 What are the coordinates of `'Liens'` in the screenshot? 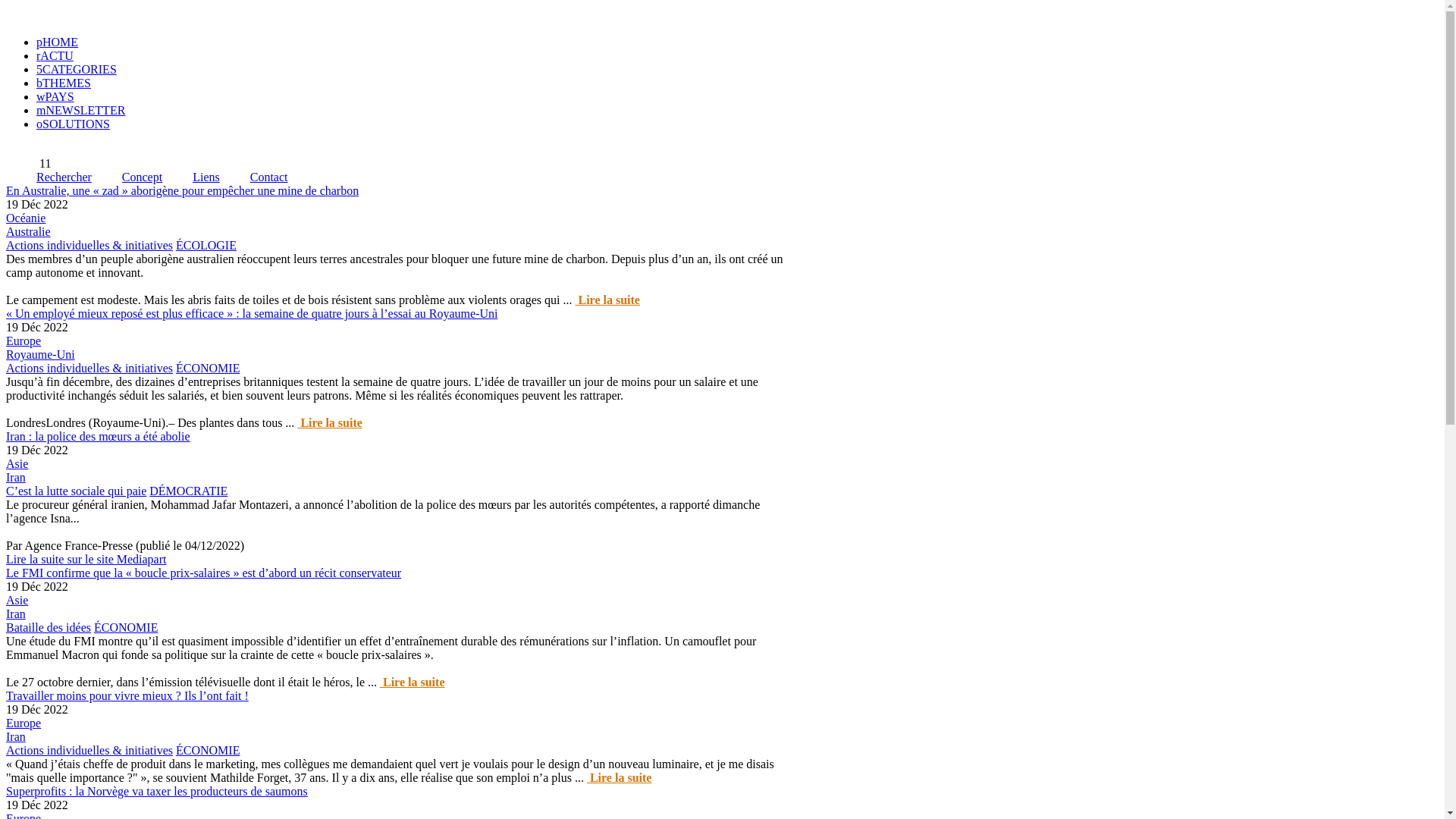 It's located at (190, 176).